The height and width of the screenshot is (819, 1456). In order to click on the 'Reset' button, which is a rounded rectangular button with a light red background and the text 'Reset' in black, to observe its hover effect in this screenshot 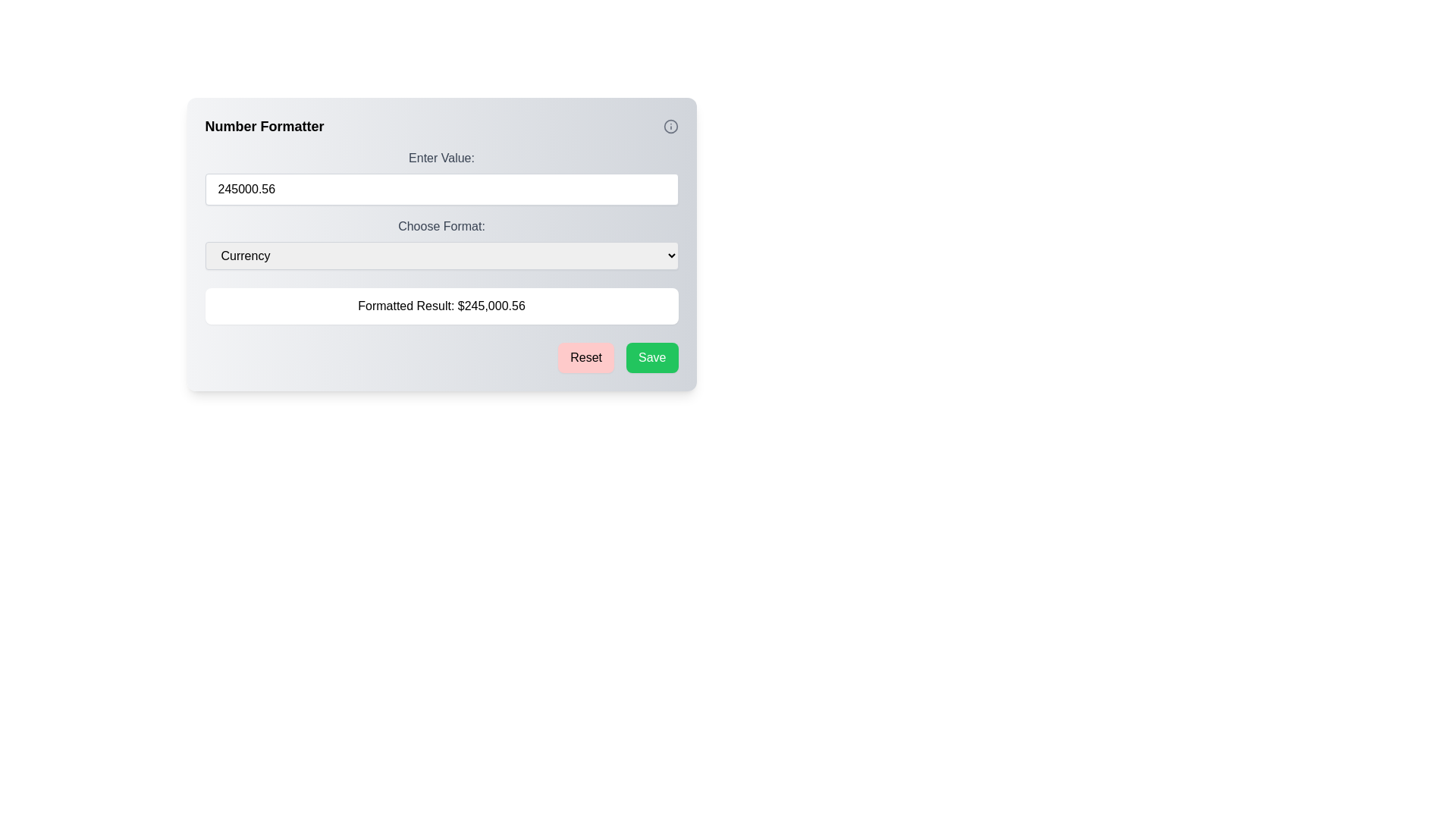, I will do `click(585, 357)`.